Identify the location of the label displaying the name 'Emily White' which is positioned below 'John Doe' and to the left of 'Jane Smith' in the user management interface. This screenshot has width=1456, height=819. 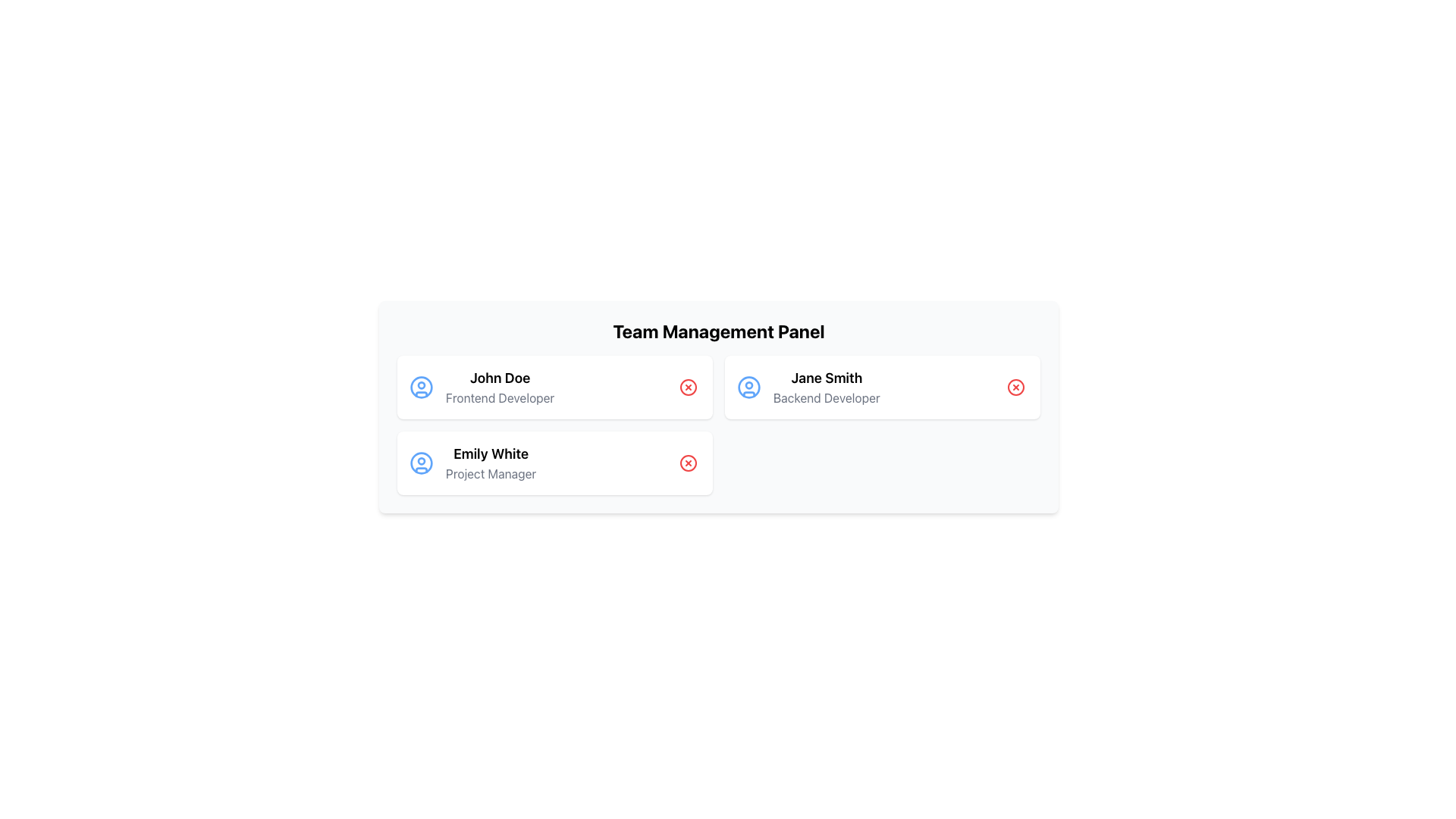
(491, 453).